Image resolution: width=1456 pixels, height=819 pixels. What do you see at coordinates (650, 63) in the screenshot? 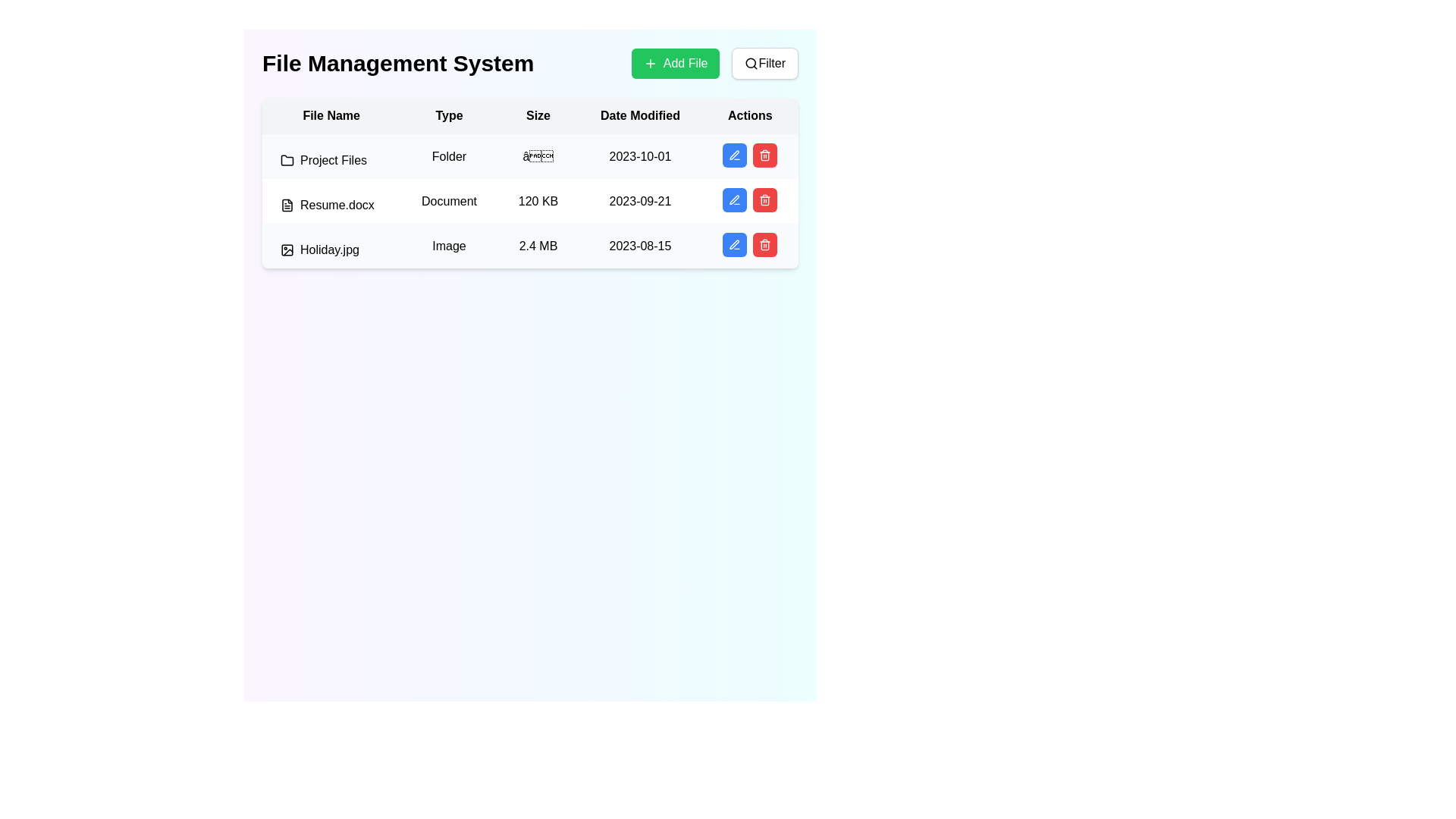
I see `the plus-shaped icon with thin lines on the green 'Add File' button located in the header, next to the 'Filter' button` at bounding box center [650, 63].